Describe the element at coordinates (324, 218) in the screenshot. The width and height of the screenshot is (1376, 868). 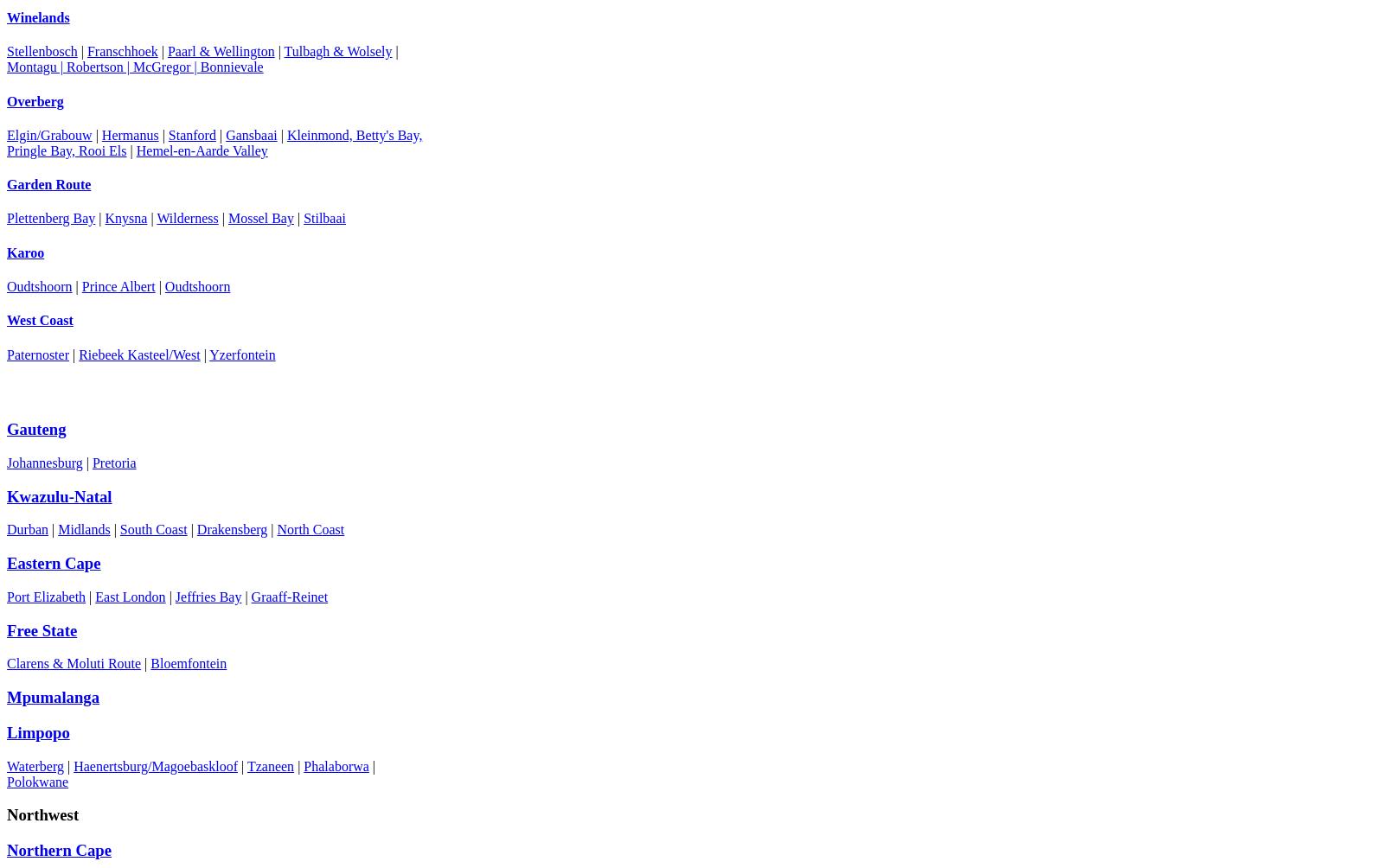
I see `'Stilbaai'` at that location.